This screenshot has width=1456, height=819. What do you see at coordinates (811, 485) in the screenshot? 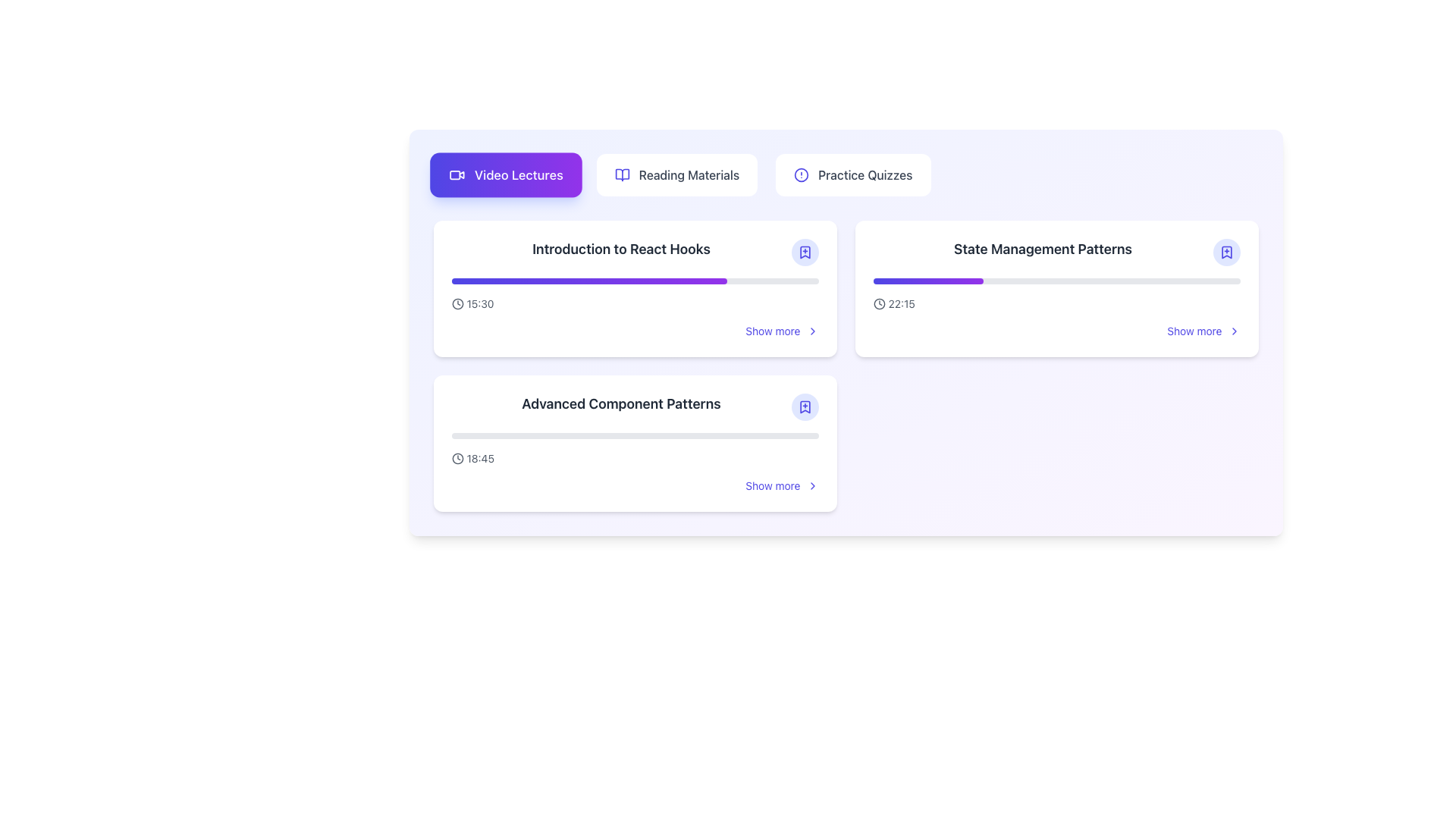
I see `the right-facing chevron icon located in the 'Show more' text block at the bottom-right corner of the 'Advanced Component Patterns' card` at bounding box center [811, 485].